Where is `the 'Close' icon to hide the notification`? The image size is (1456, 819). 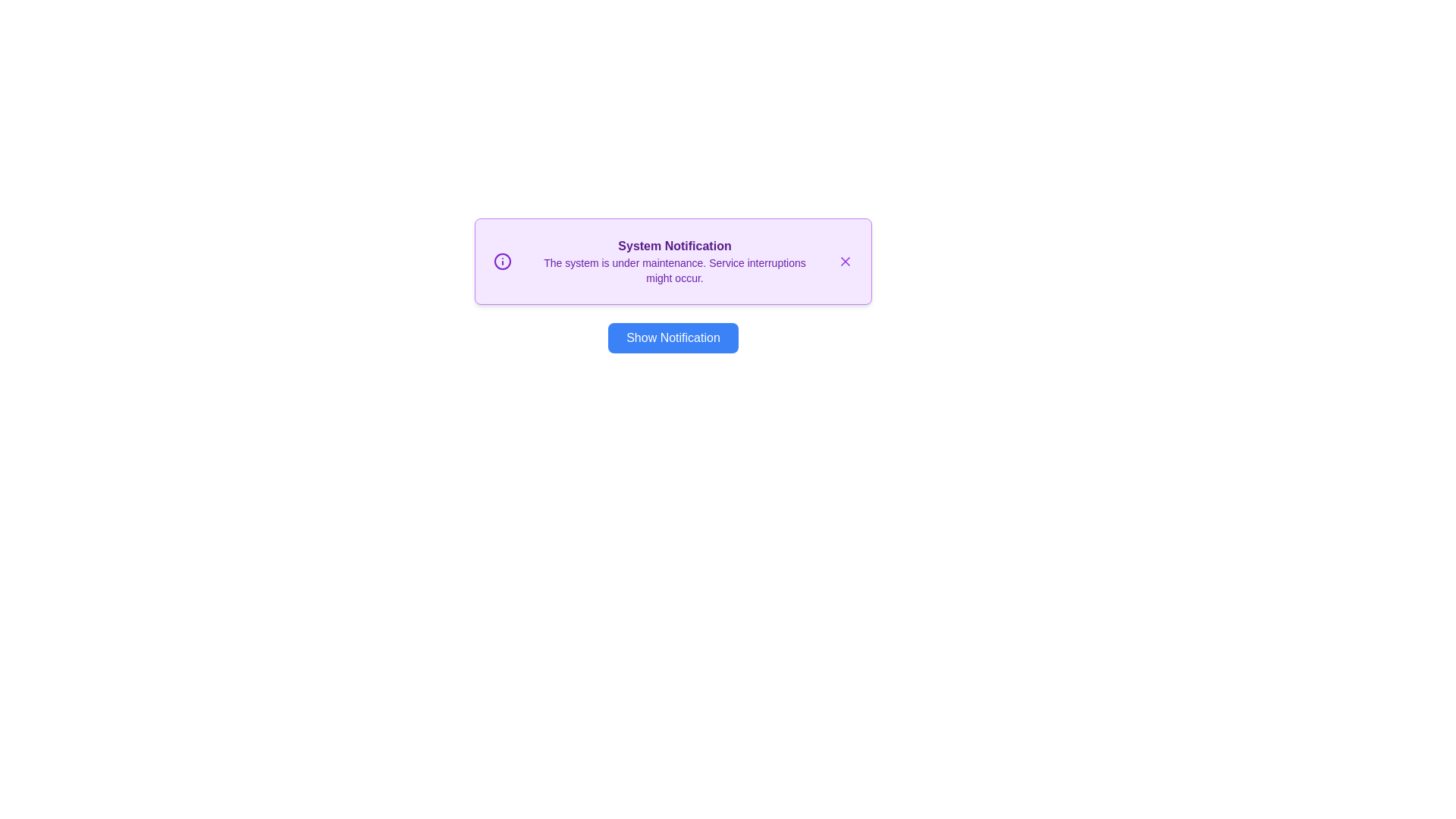
the 'Close' icon to hide the notification is located at coordinates (844, 260).